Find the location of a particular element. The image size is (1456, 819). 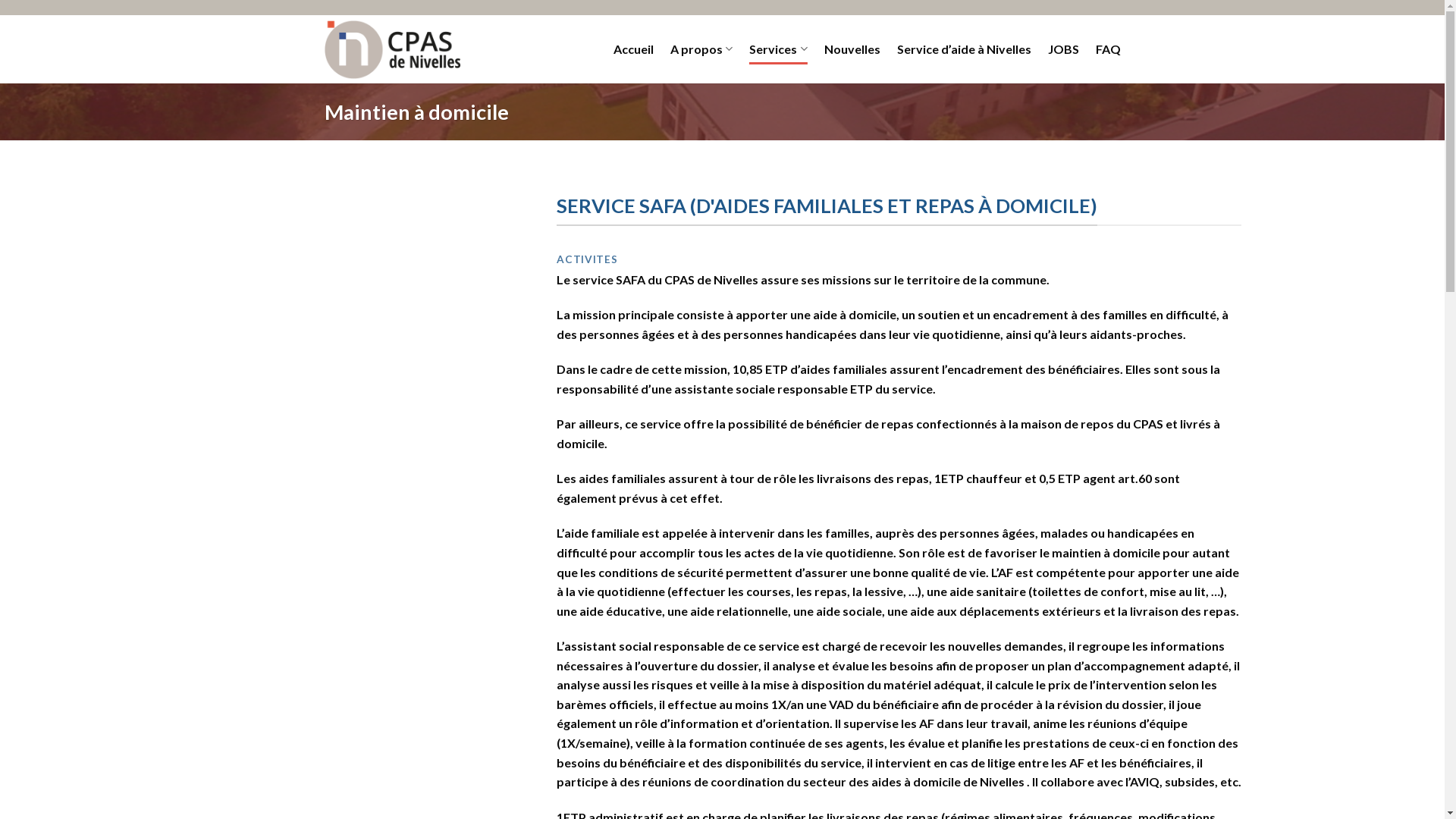

'JOBS' is located at coordinates (1062, 49).